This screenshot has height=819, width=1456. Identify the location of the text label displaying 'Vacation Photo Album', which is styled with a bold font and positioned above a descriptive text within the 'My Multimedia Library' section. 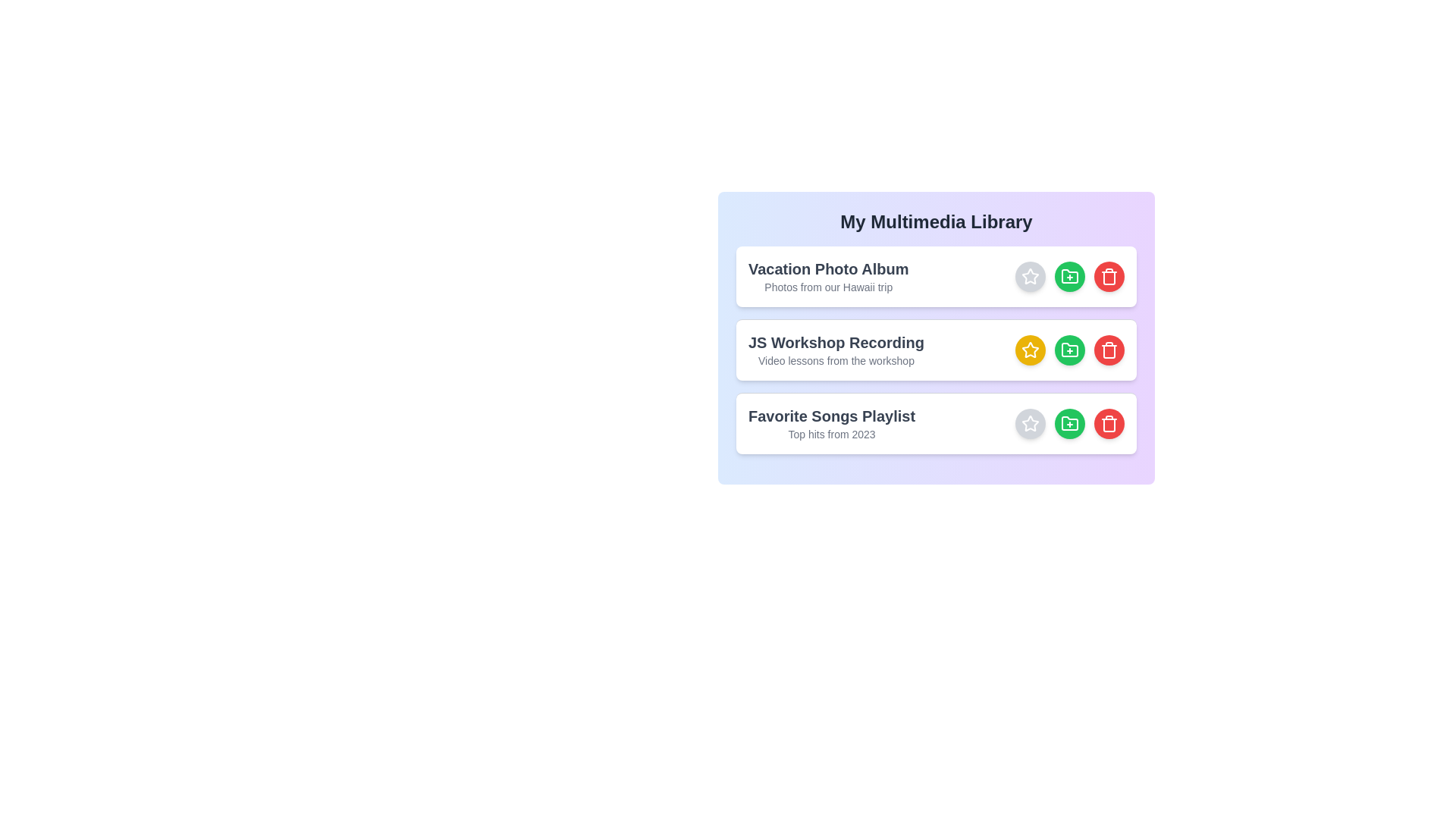
(827, 268).